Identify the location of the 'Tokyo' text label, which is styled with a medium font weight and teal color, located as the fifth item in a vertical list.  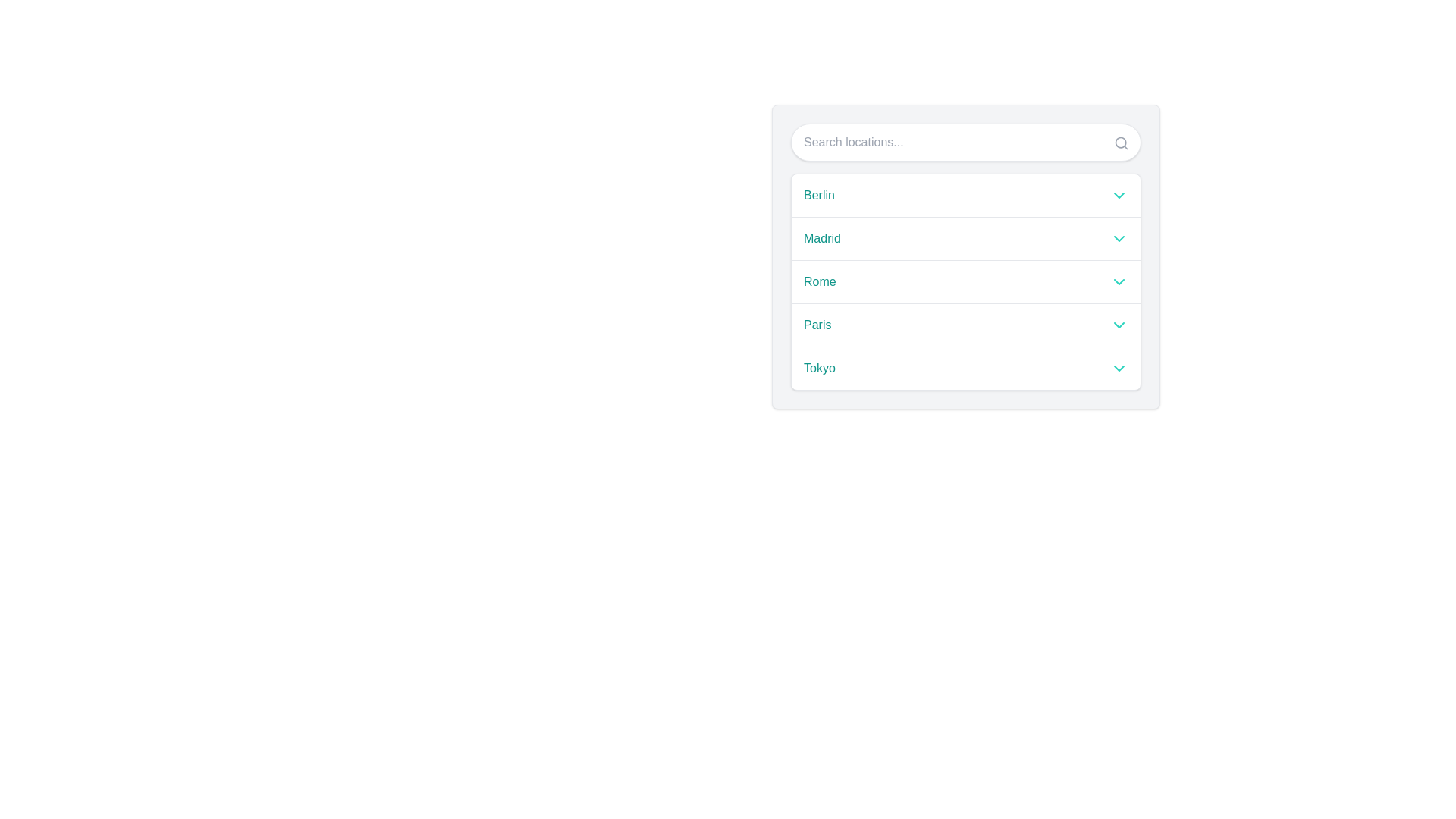
(818, 369).